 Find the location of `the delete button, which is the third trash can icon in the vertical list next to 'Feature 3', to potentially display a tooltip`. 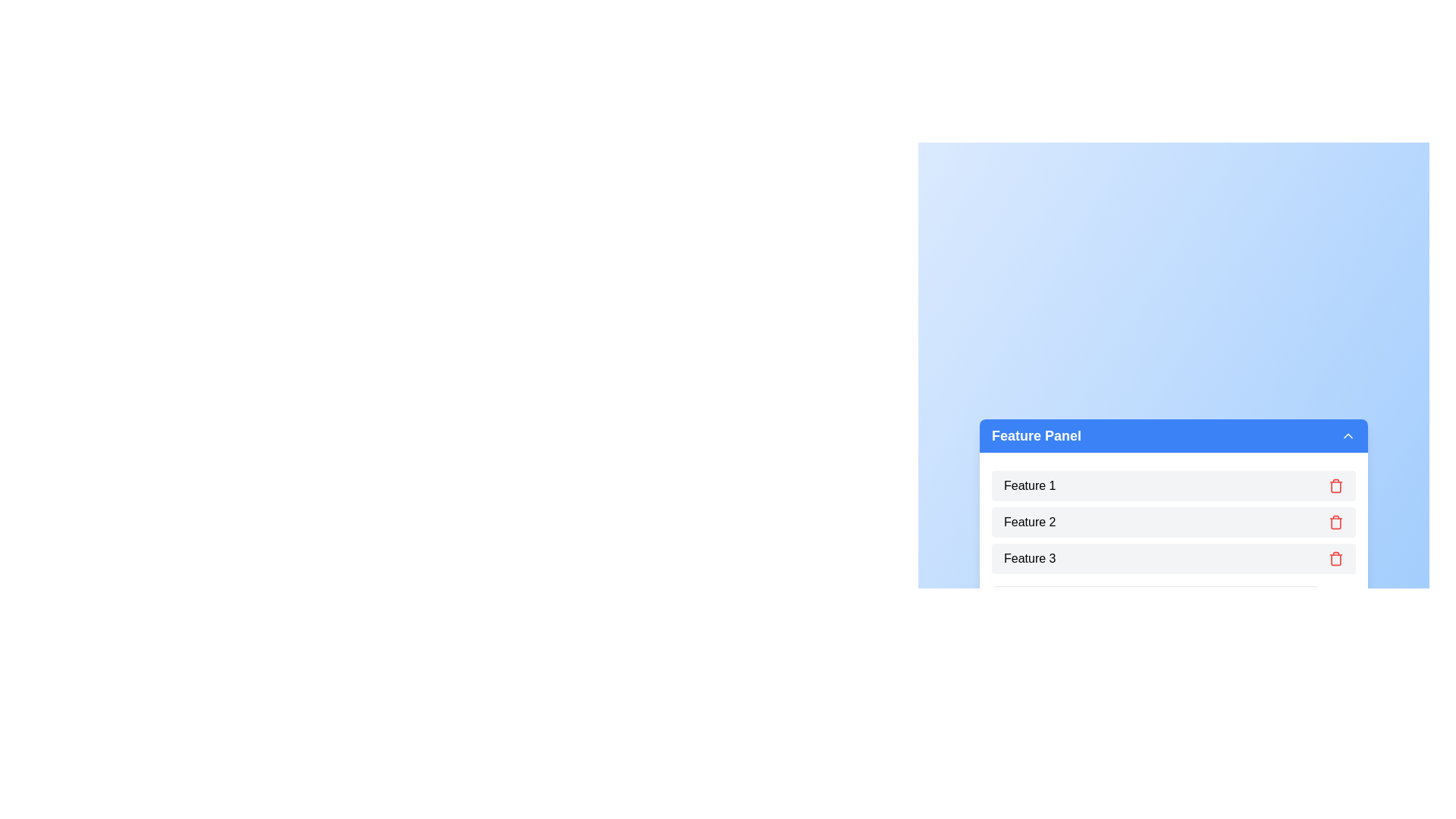

the delete button, which is the third trash can icon in the vertical list next to 'Feature 3', to potentially display a tooltip is located at coordinates (1335, 558).